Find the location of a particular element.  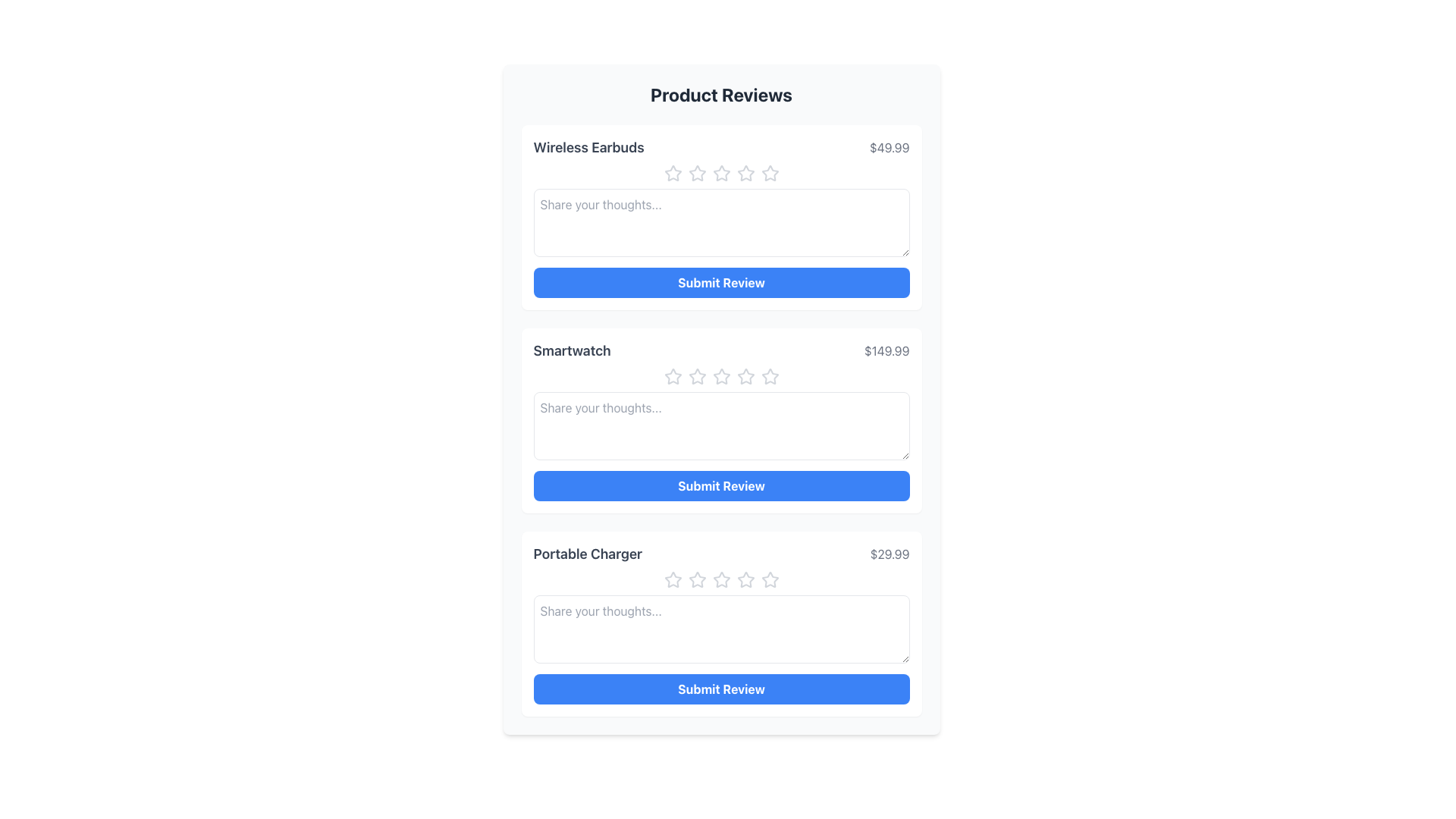

text from the main title or header of the 'Product Reviews' section, which is centrally positioned at the top of the component is located at coordinates (720, 94).